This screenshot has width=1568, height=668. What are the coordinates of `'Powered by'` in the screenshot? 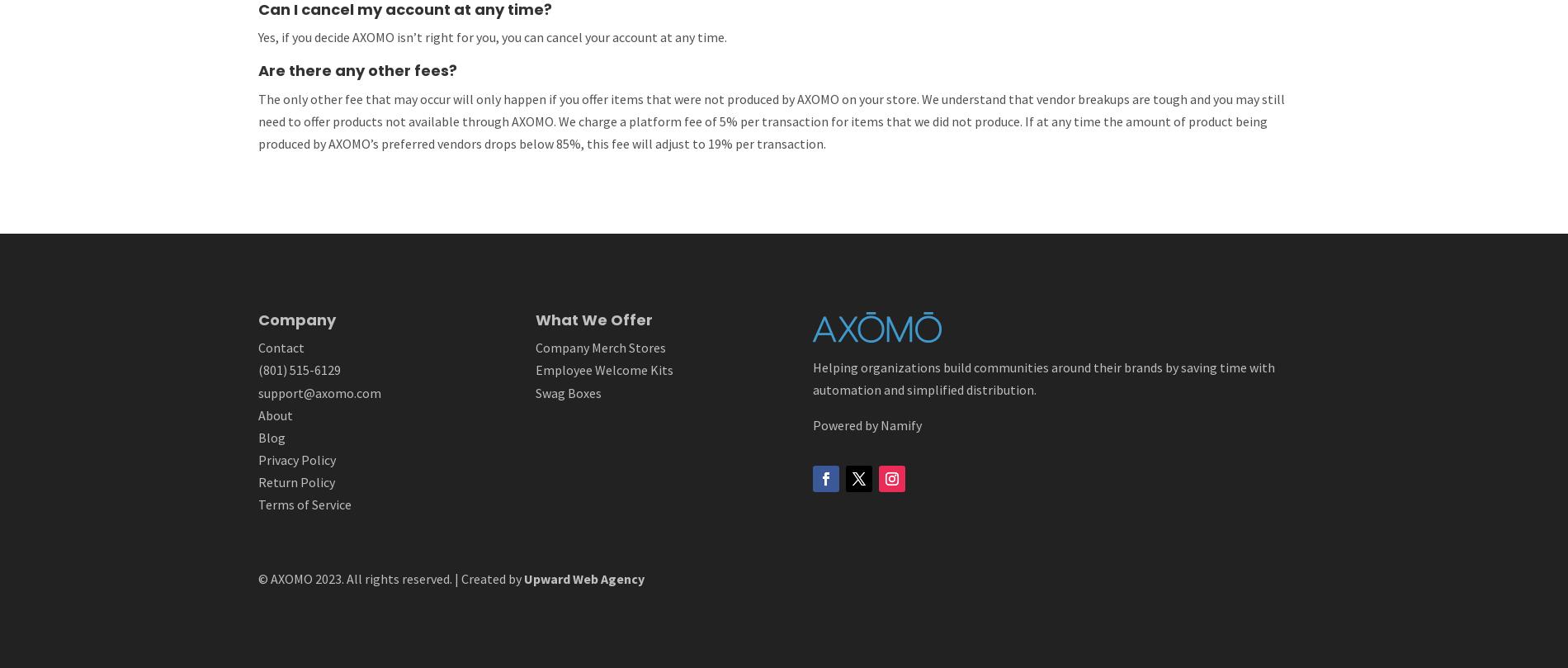 It's located at (847, 424).